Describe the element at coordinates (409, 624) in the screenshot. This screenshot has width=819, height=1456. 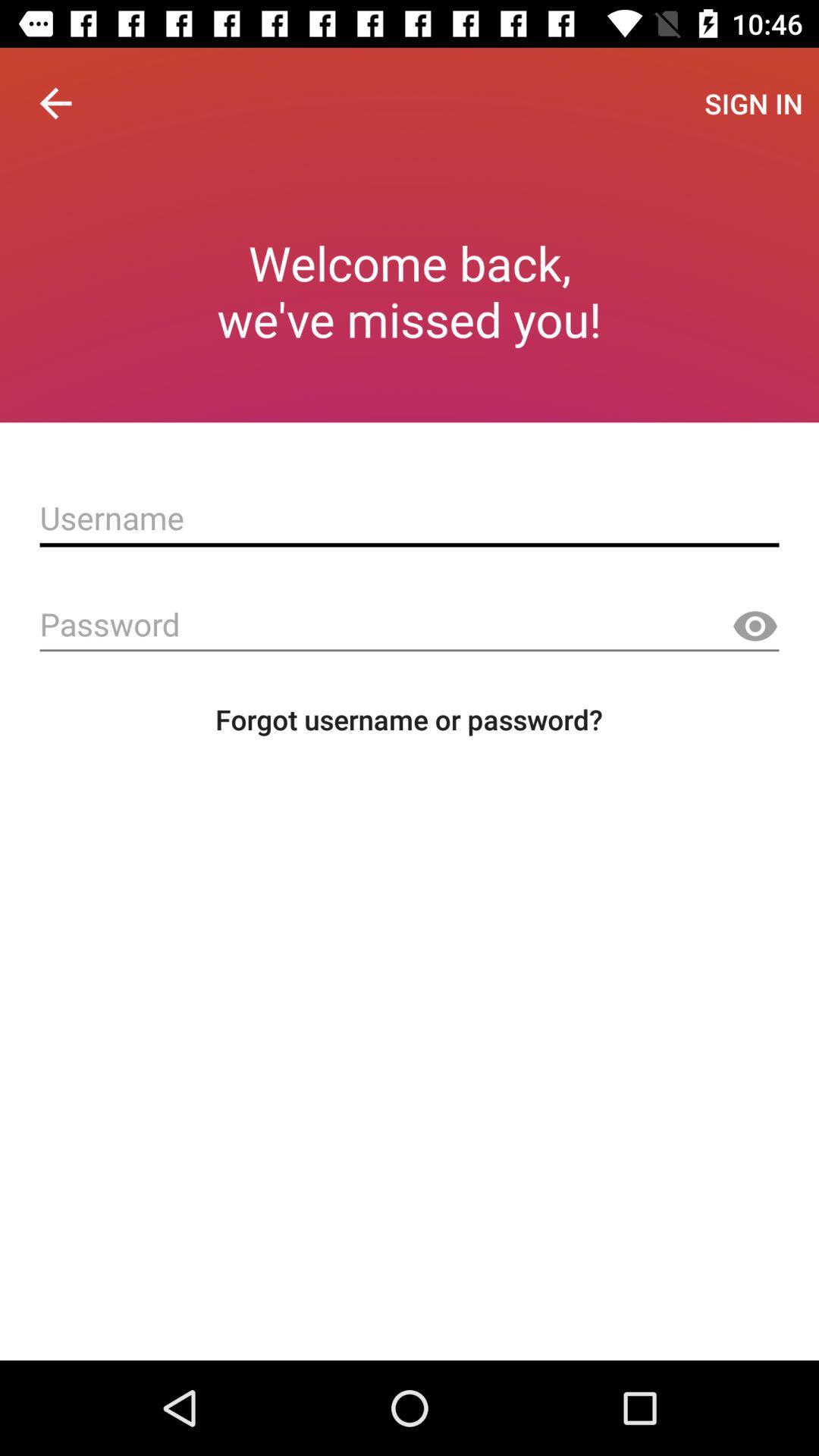
I see `ask the password` at that location.